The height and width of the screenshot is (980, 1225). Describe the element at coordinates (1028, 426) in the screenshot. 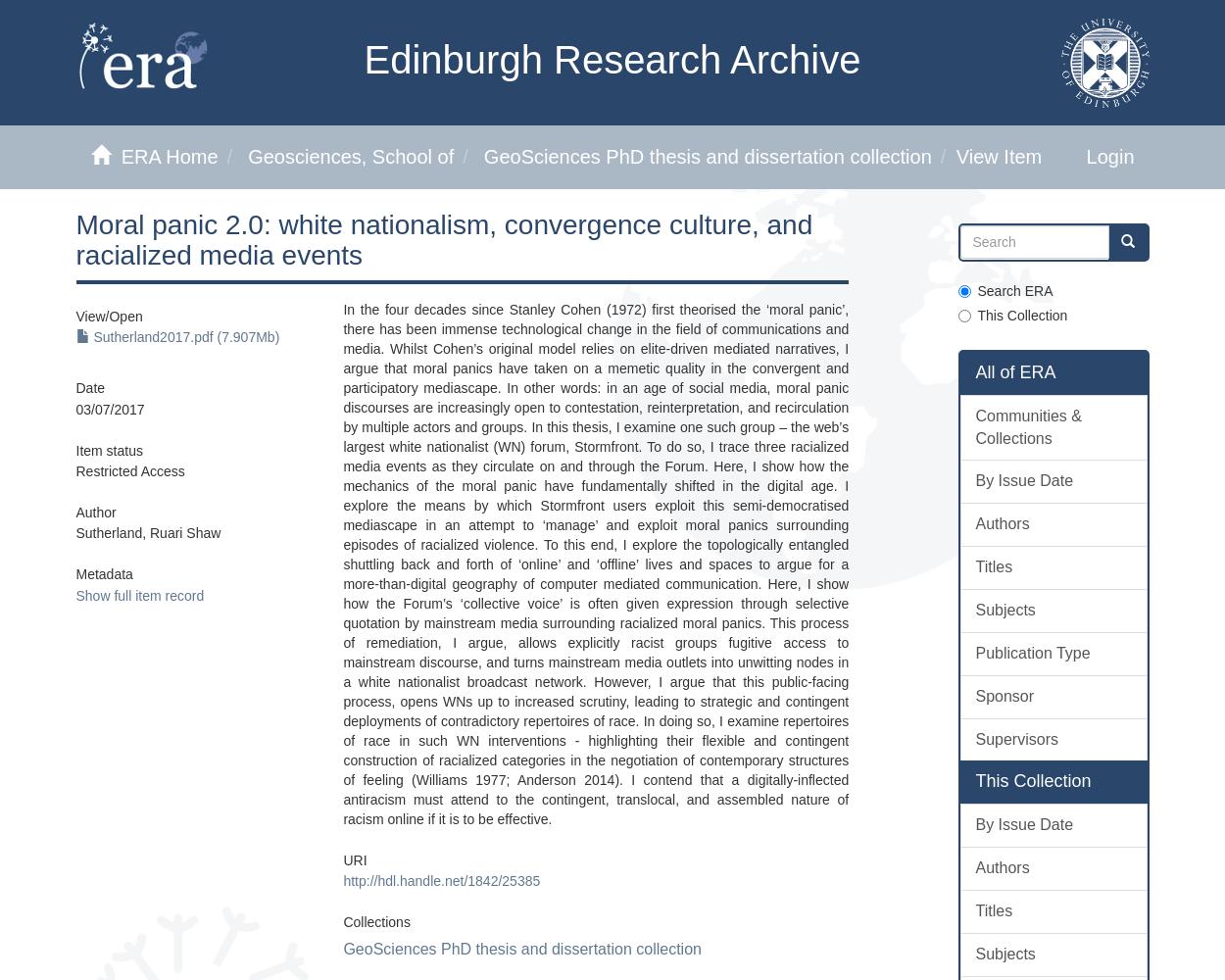

I see `'Communities & Collections'` at that location.